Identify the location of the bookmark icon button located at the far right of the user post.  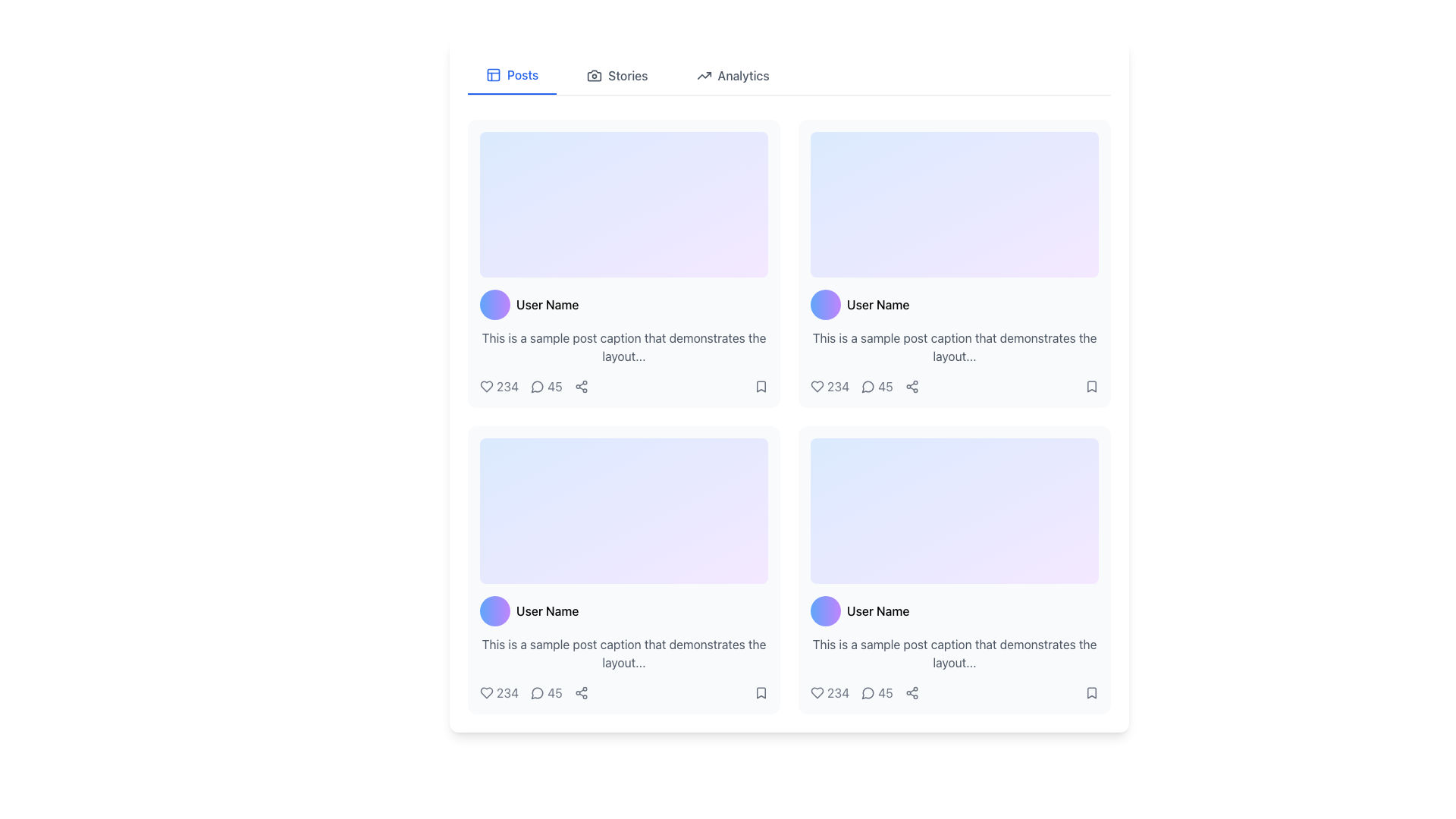
(1092, 385).